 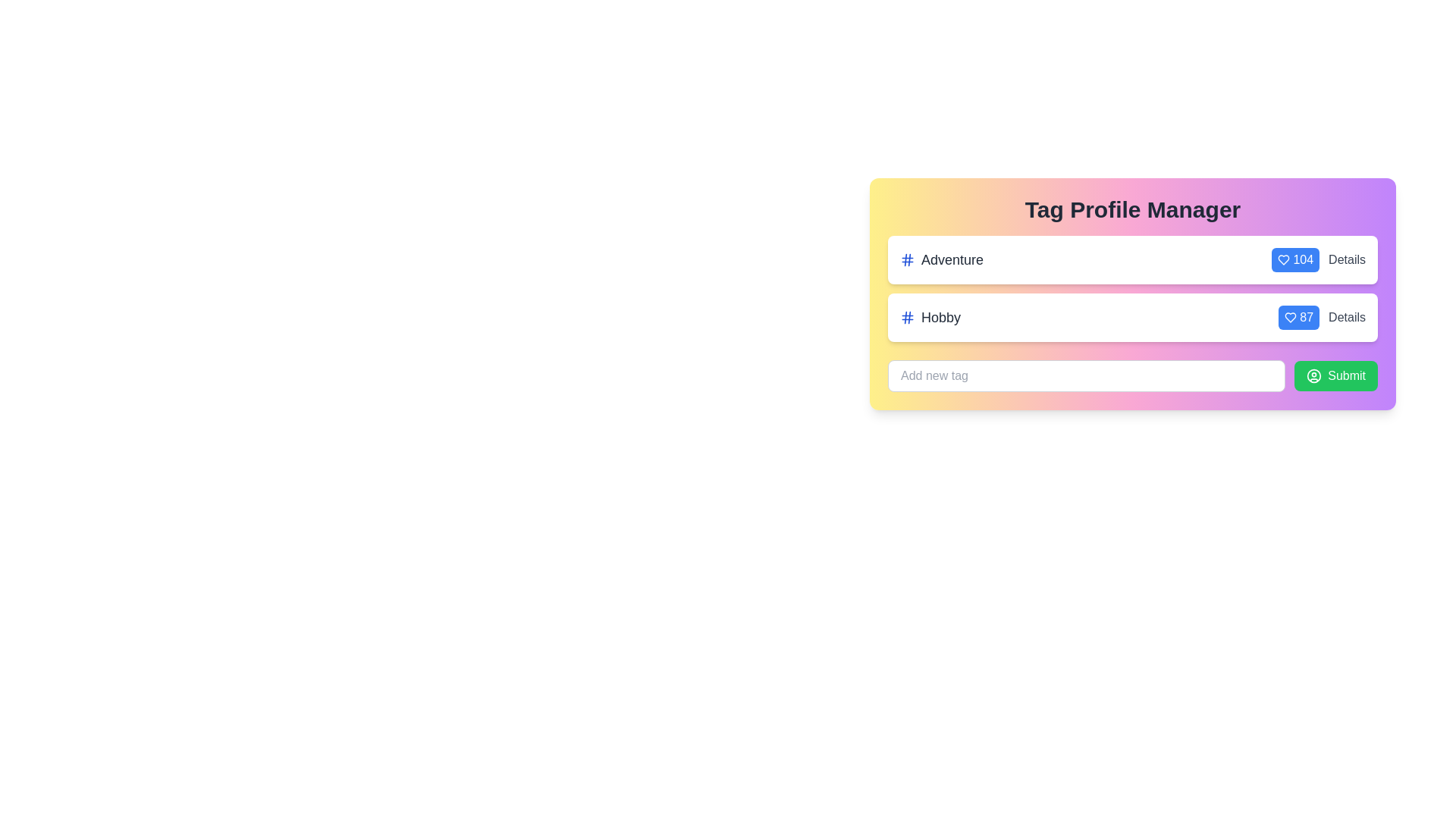 What do you see at coordinates (1283, 259) in the screenshot?
I see `the 'like' icon associated with the 'Hobby' tag` at bounding box center [1283, 259].